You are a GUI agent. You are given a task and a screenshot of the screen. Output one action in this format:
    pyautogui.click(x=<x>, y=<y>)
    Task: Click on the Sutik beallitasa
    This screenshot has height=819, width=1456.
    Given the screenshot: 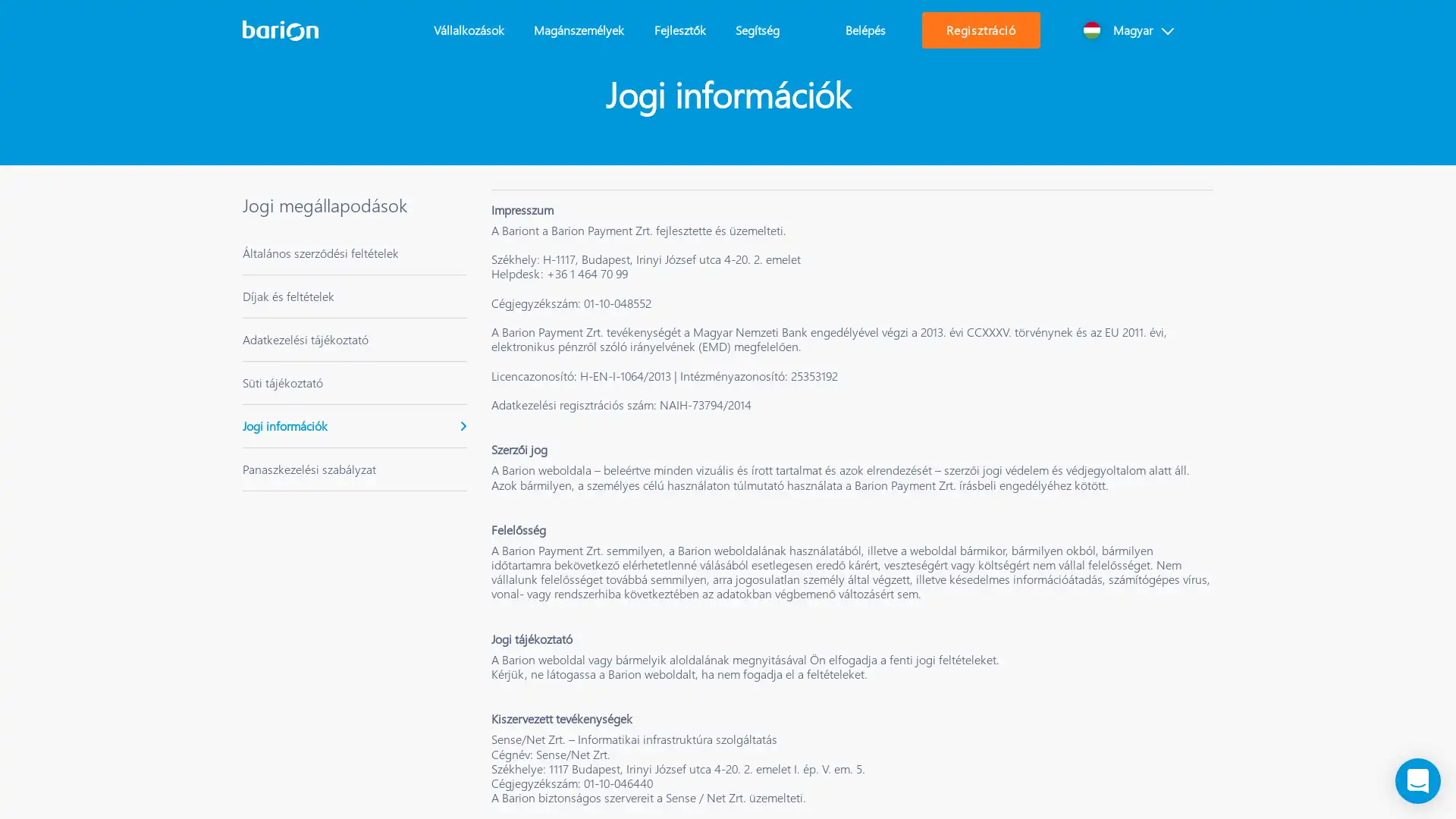 What is the action you would take?
    pyautogui.click(x=998, y=751)
    